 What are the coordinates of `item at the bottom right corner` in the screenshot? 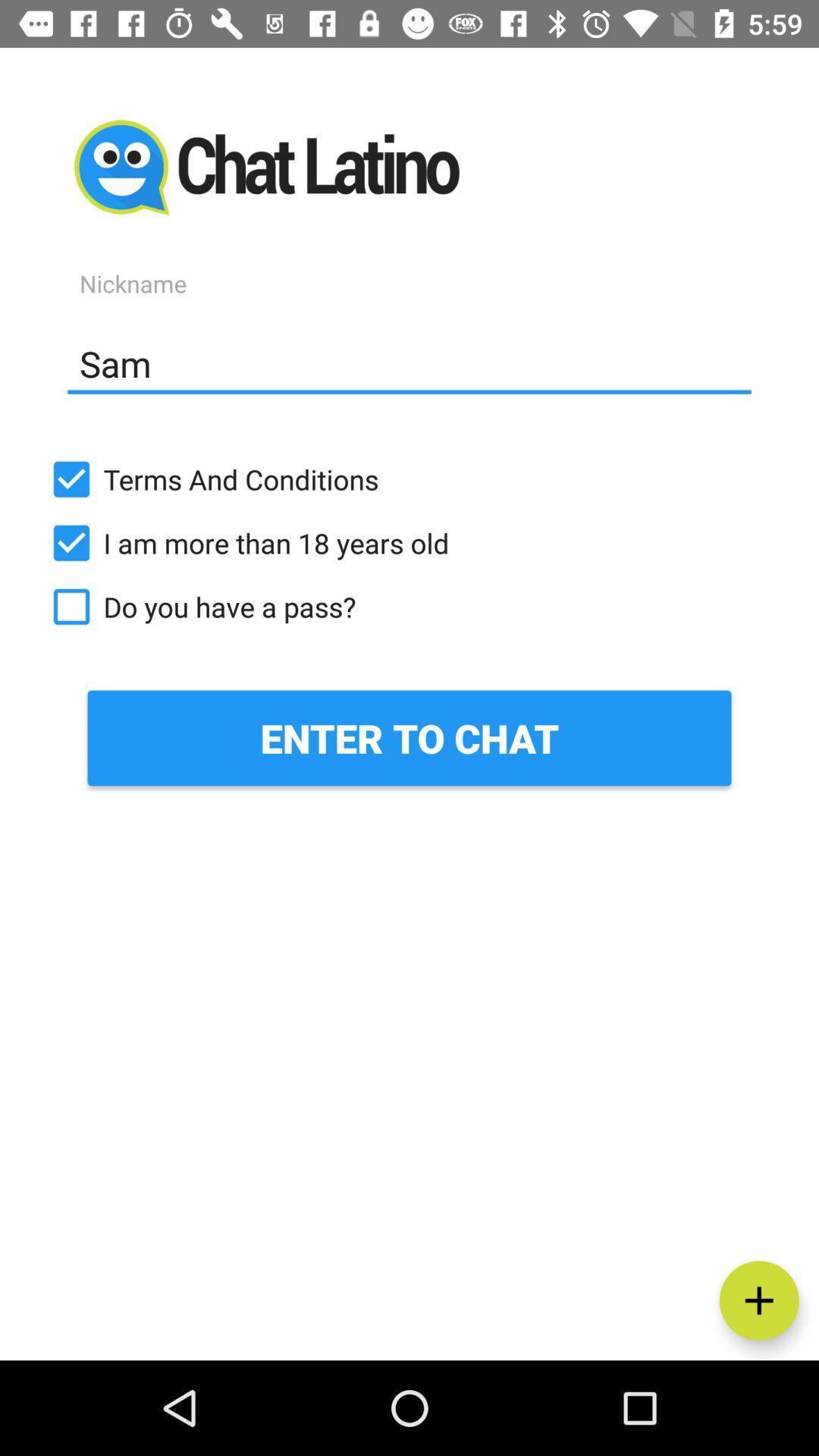 It's located at (759, 1300).